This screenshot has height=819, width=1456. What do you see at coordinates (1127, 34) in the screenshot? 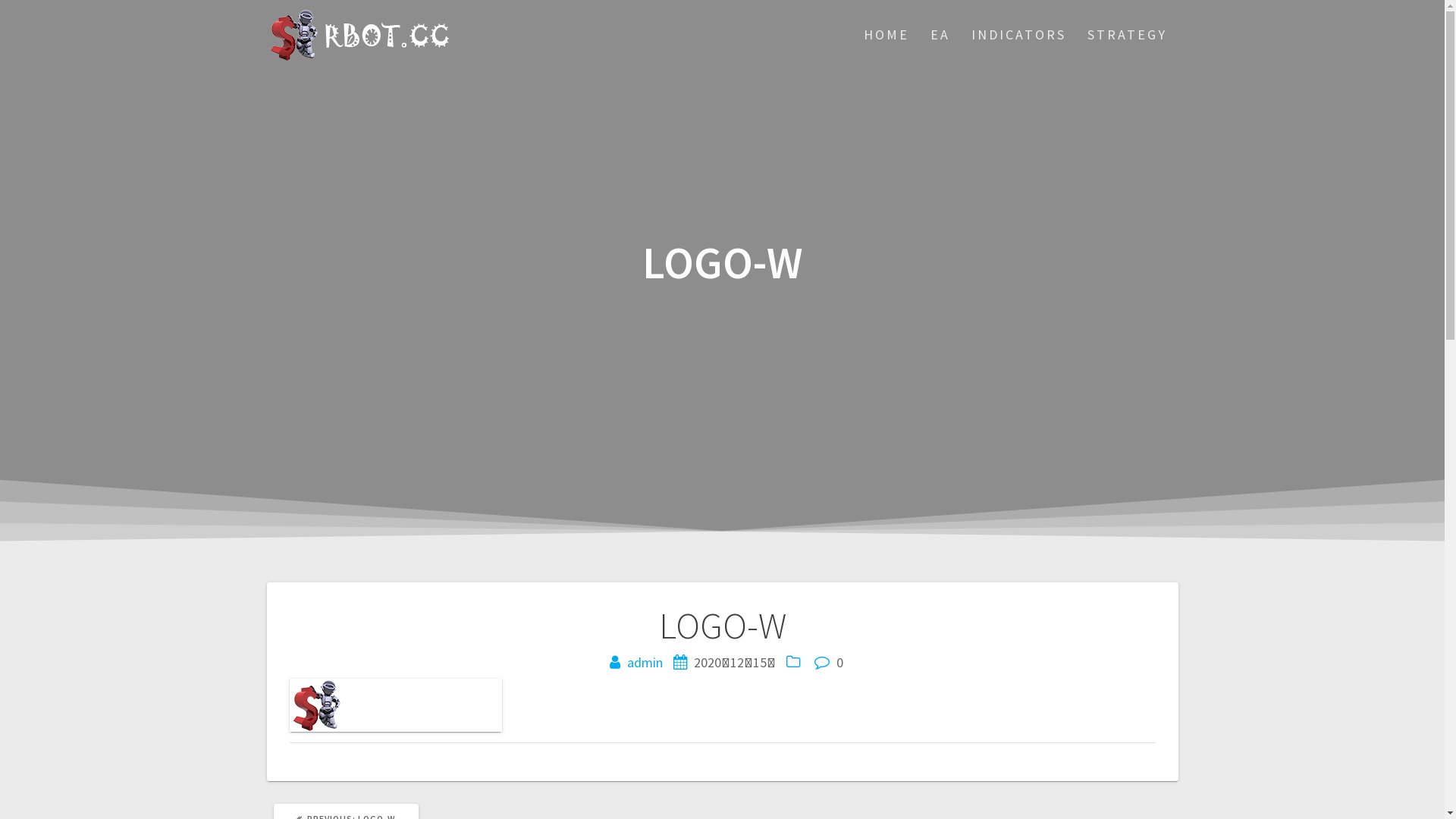
I see `'STRATEGY'` at bounding box center [1127, 34].